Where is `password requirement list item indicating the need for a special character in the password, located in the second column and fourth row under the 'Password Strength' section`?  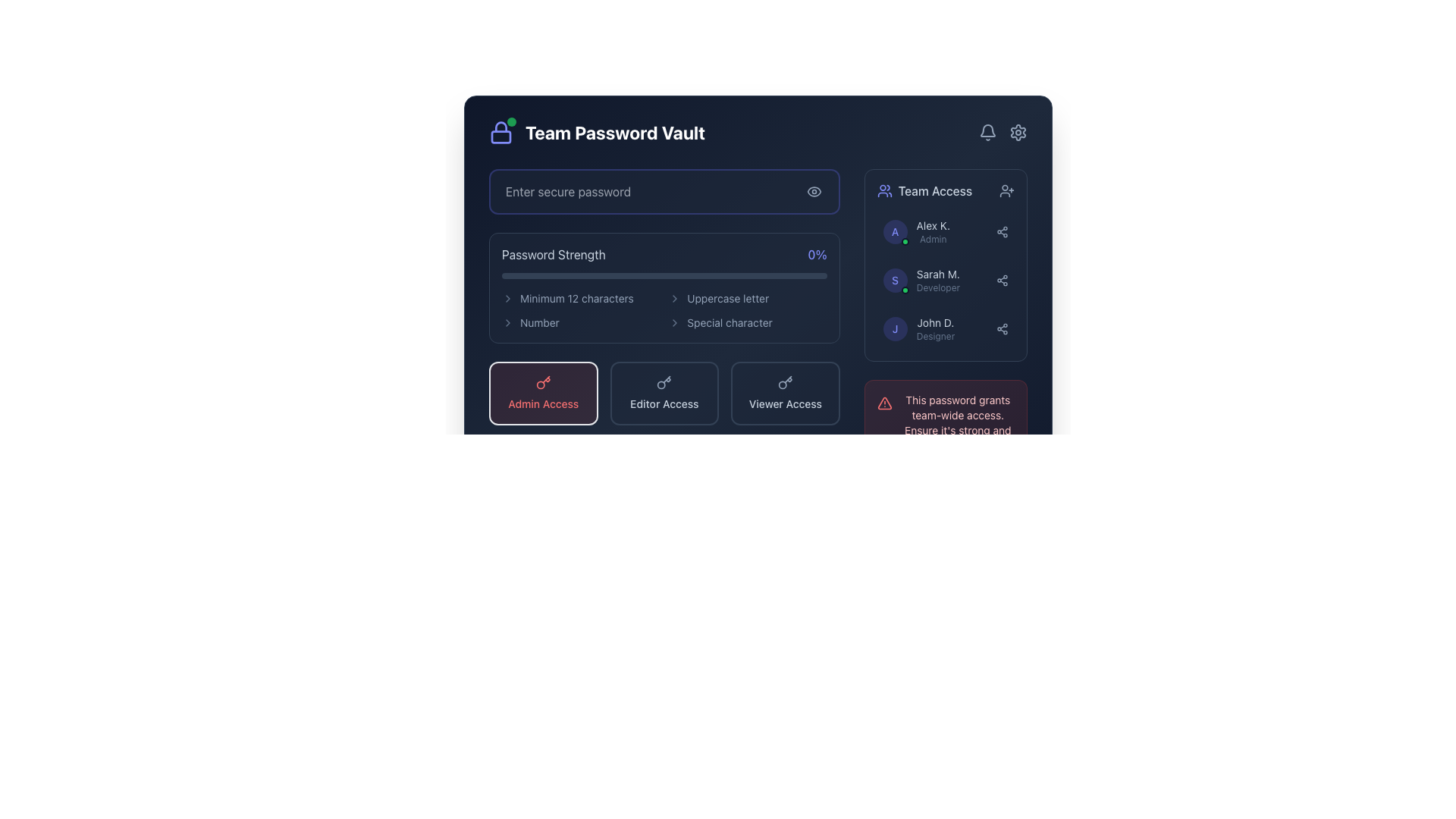 password requirement list item indicating the need for a special character in the password, located in the second column and fourth row under the 'Password Strength' section is located at coordinates (748, 322).